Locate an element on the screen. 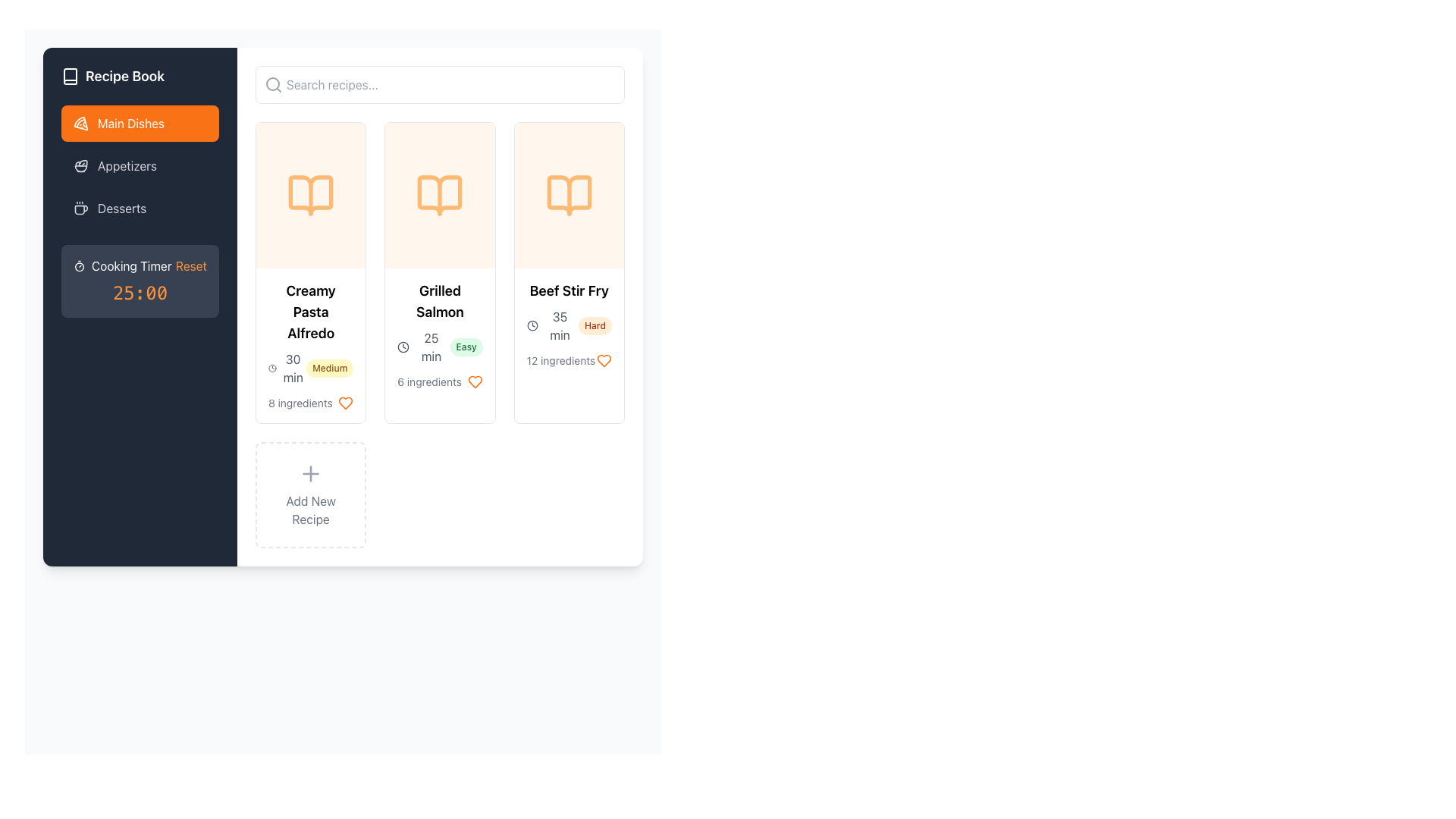  the navigational menu item labeled 'Appetizers' located as the second option in the vertical menu on the left side of the interface, positioned between 'Main Dishes' and 'Desserts' is located at coordinates (140, 166).